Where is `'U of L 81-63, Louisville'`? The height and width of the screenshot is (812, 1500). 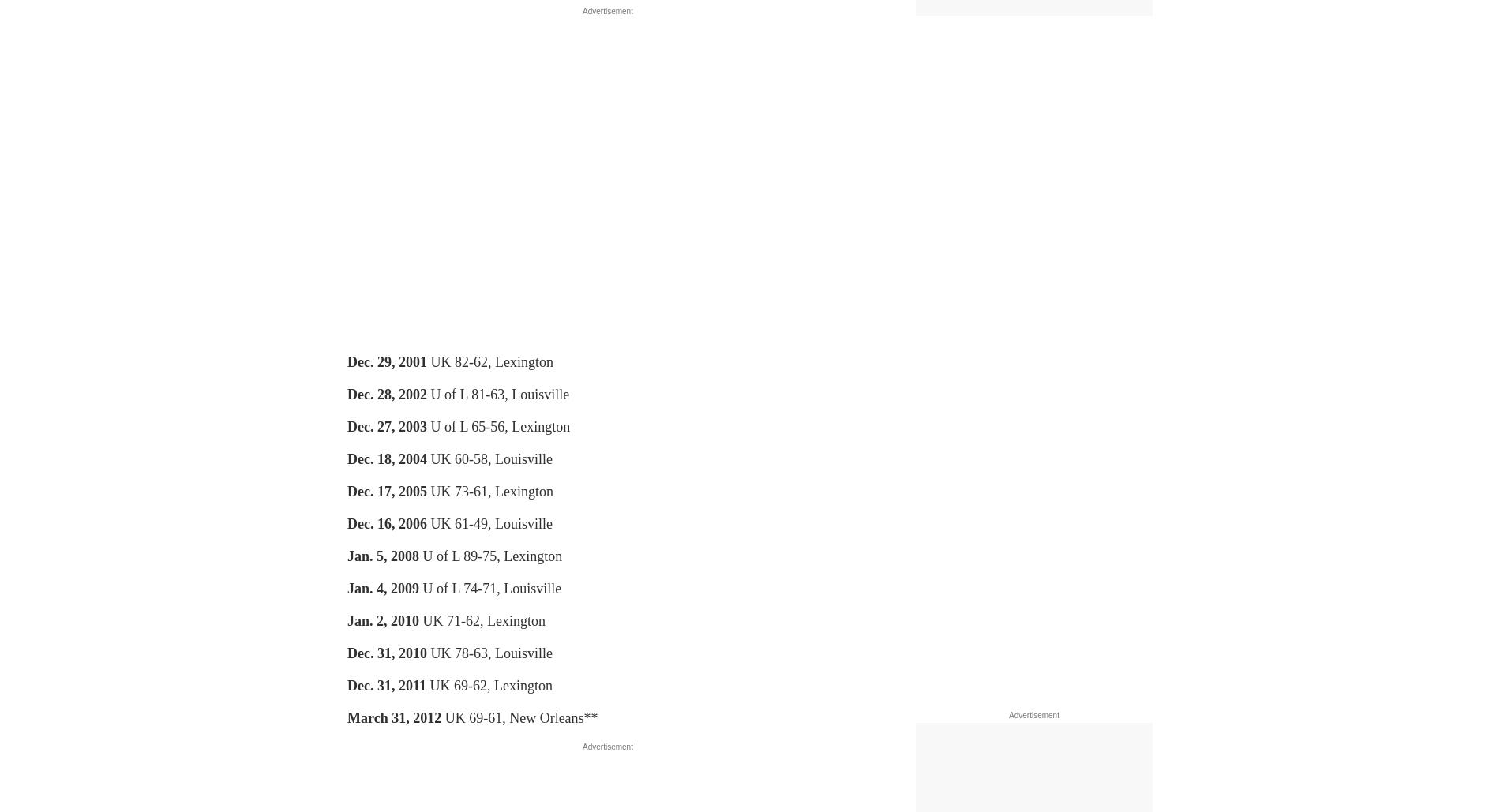 'U of L 81-63, Louisville' is located at coordinates (497, 394).